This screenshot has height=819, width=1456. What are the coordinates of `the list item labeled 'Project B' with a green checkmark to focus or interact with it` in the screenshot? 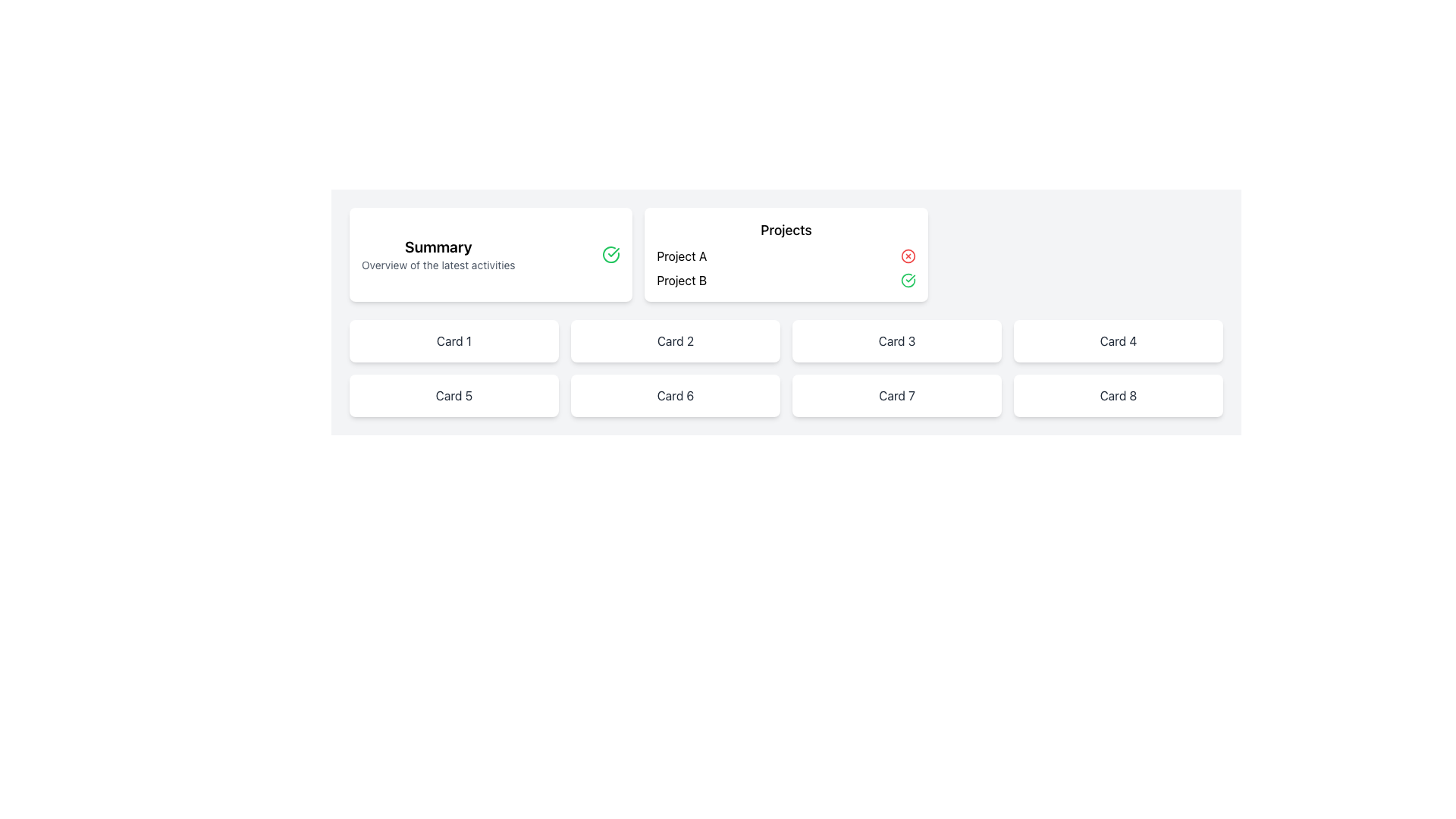 It's located at (786, 281).